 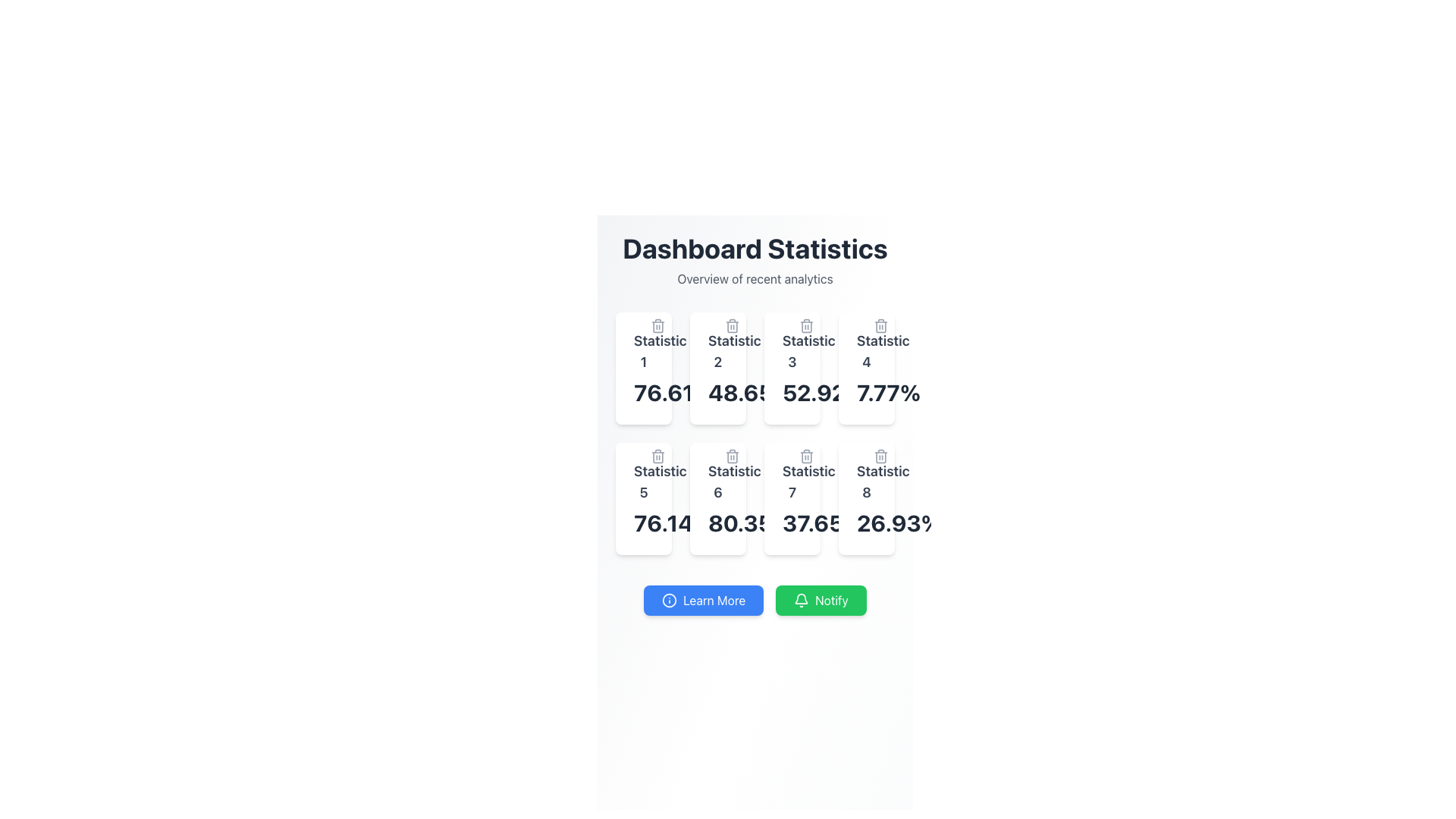 I want to click on the circular information icon with an outlined border and the letter 'i' in the center, located inside the 'Learn More' button, so click(x=669, y=599).